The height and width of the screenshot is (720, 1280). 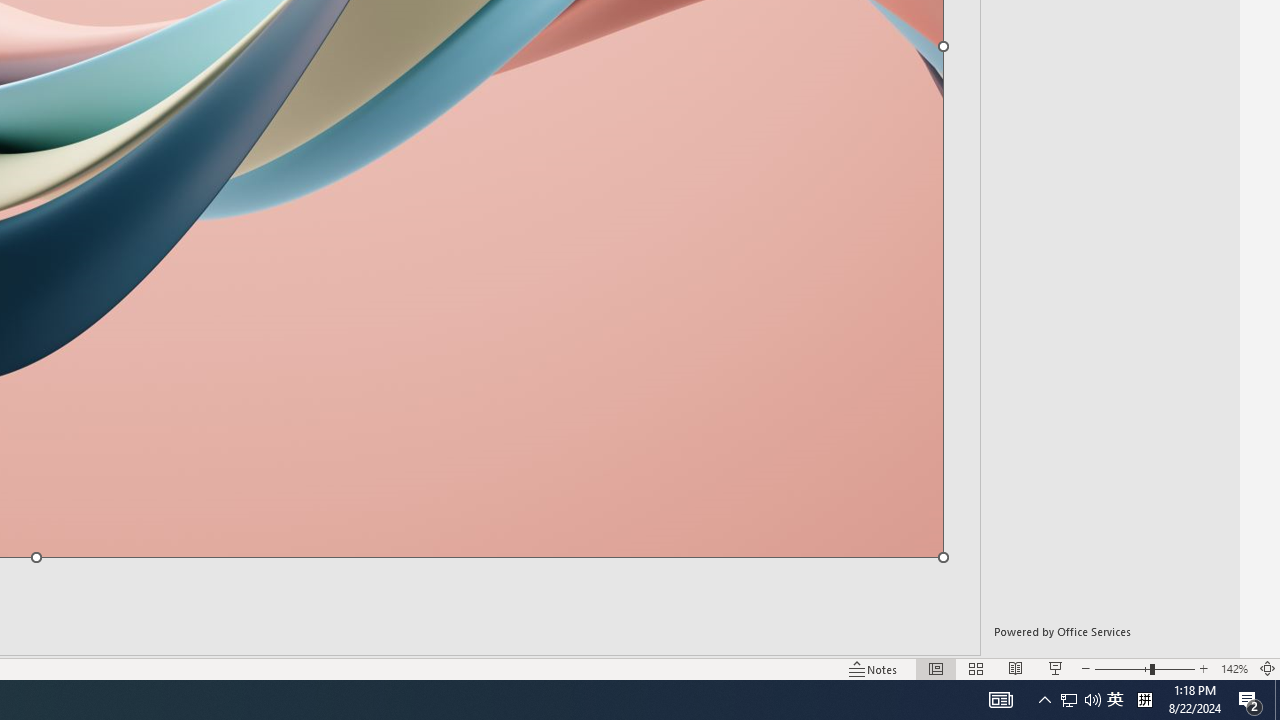 I want to click on 'Zoom 142%', so click(x=1233, y=669).